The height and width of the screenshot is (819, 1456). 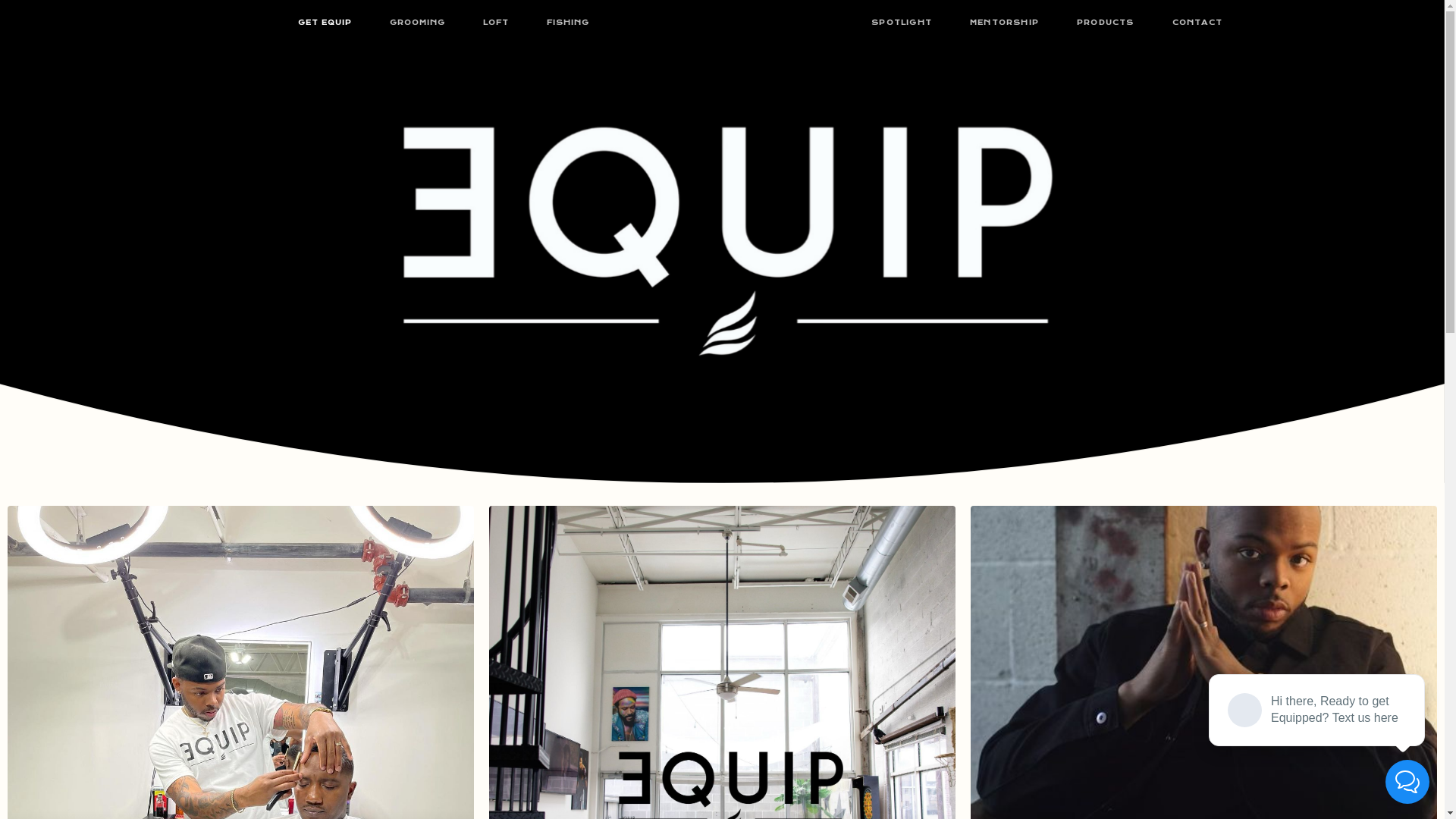 What do you see at coordinates (964, 503) in the screenshot?
I see `'Contact'` at bounding box center [964, 503].